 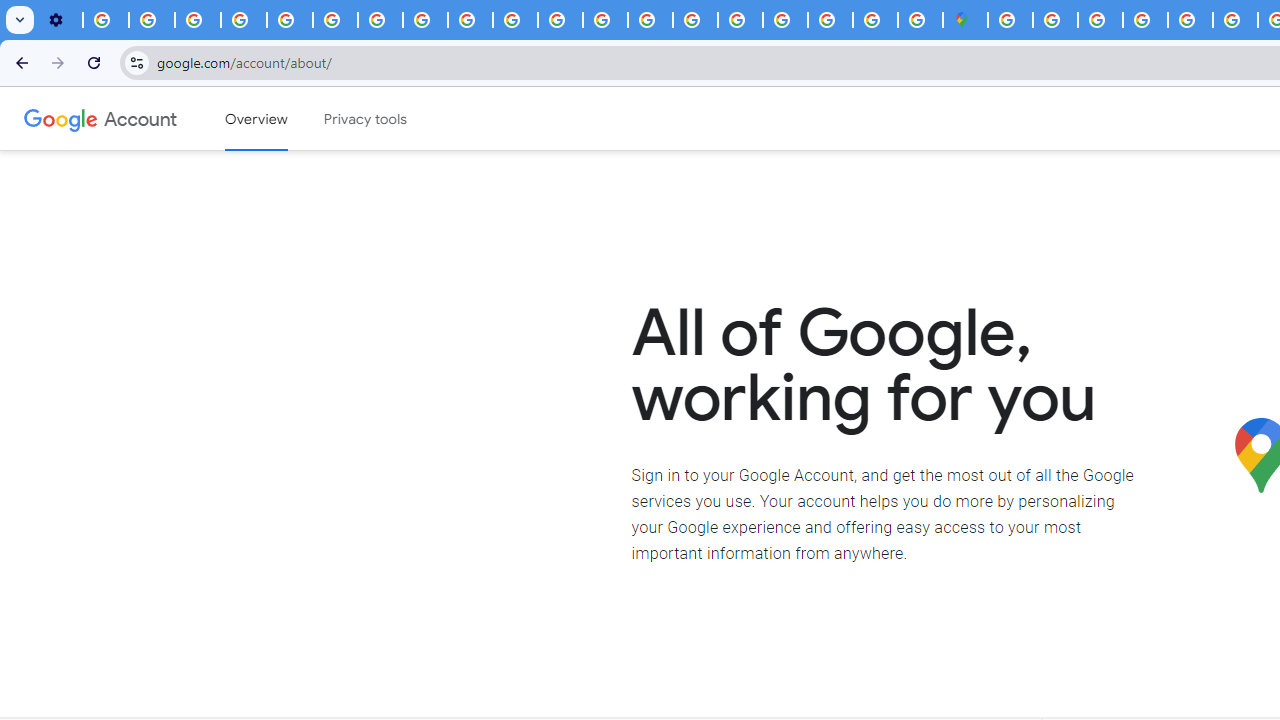 I want to click on 'Delete photos & videos - Computer - Google Photos Help', so click(x=105, y=20).